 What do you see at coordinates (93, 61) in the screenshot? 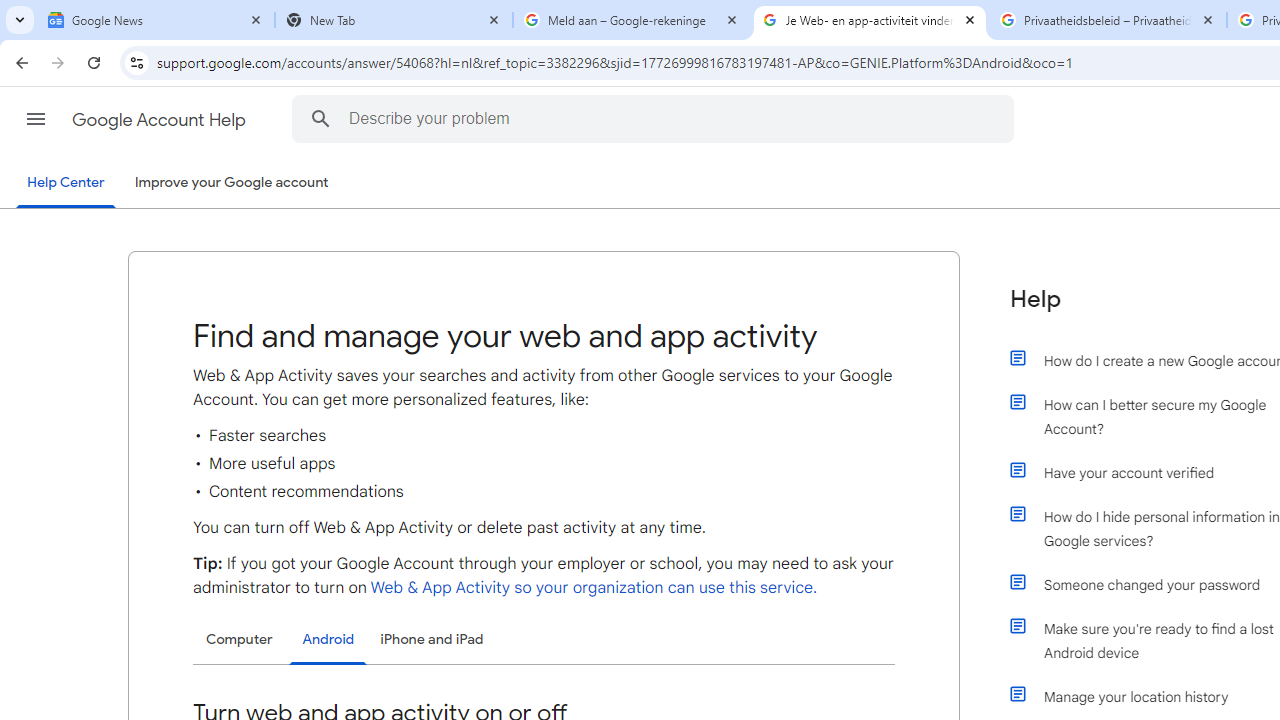
I see `'Reload'` at bounding box center [93, 61].